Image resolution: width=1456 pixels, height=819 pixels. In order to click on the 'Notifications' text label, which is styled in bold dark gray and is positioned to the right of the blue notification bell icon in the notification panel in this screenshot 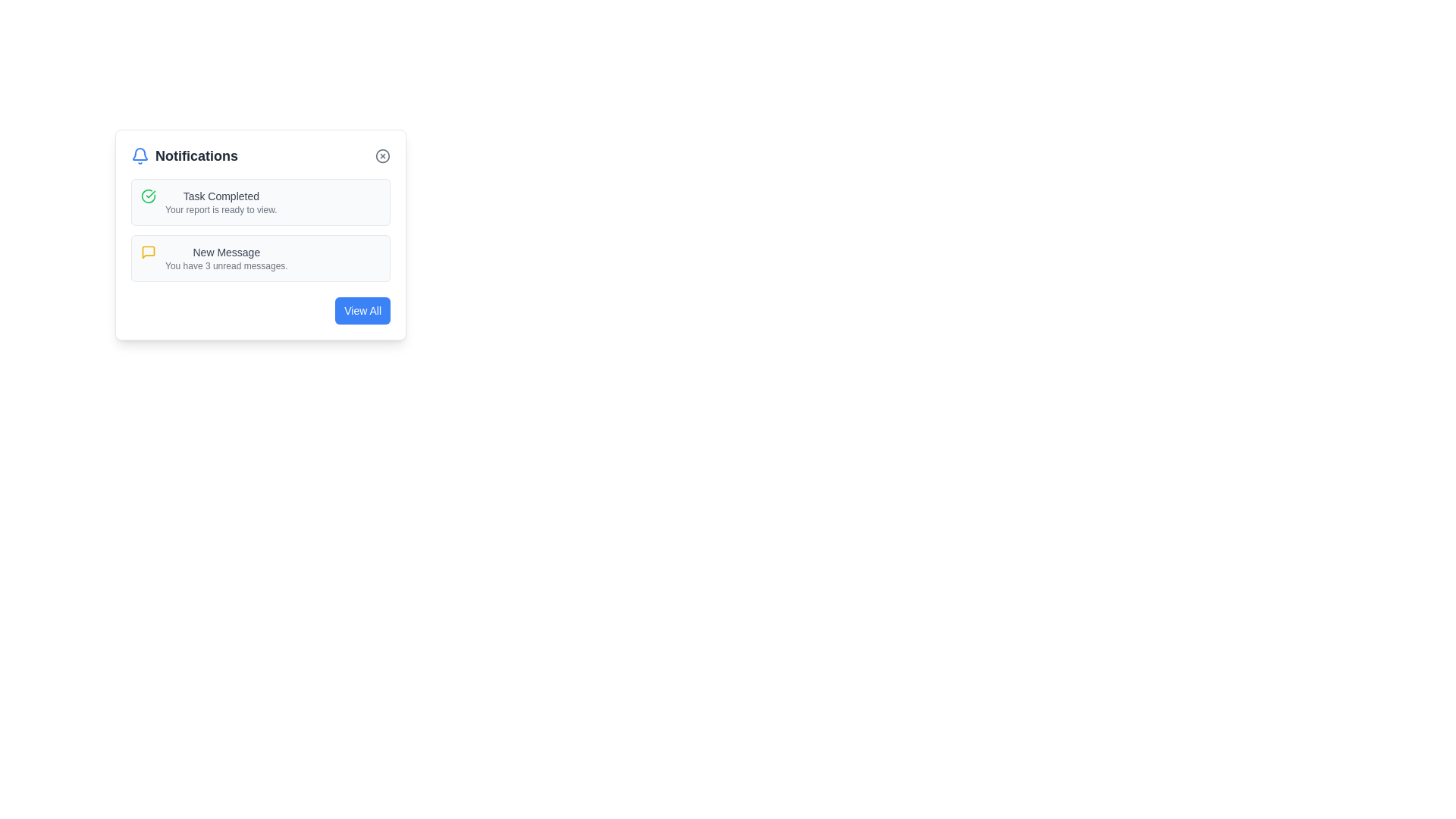, I will do `click(196, 155)`.